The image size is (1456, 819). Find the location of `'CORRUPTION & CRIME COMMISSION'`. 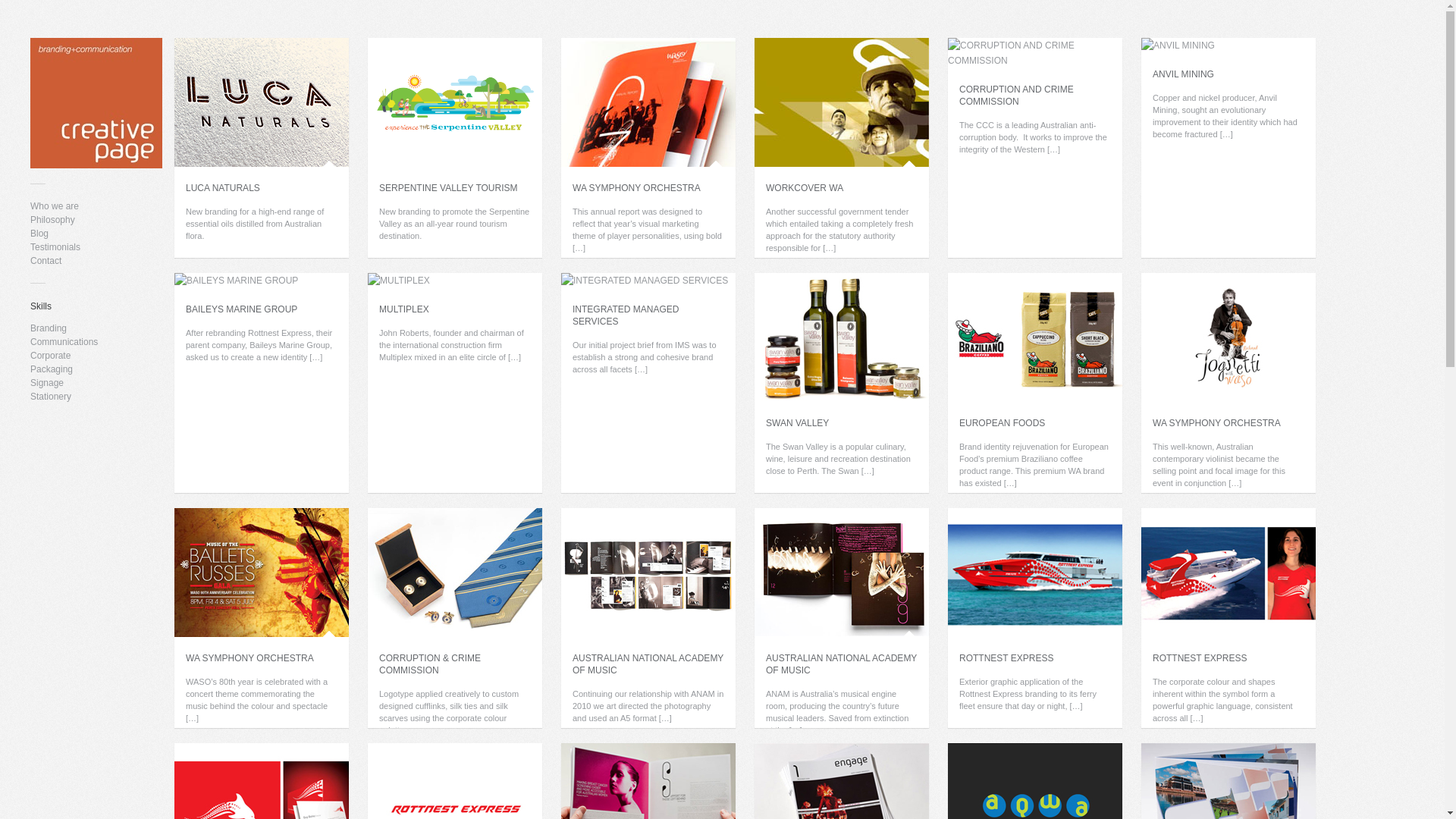

'CORRUPTION & CRIME COMMISSION' is located at coordinates (428, 663).